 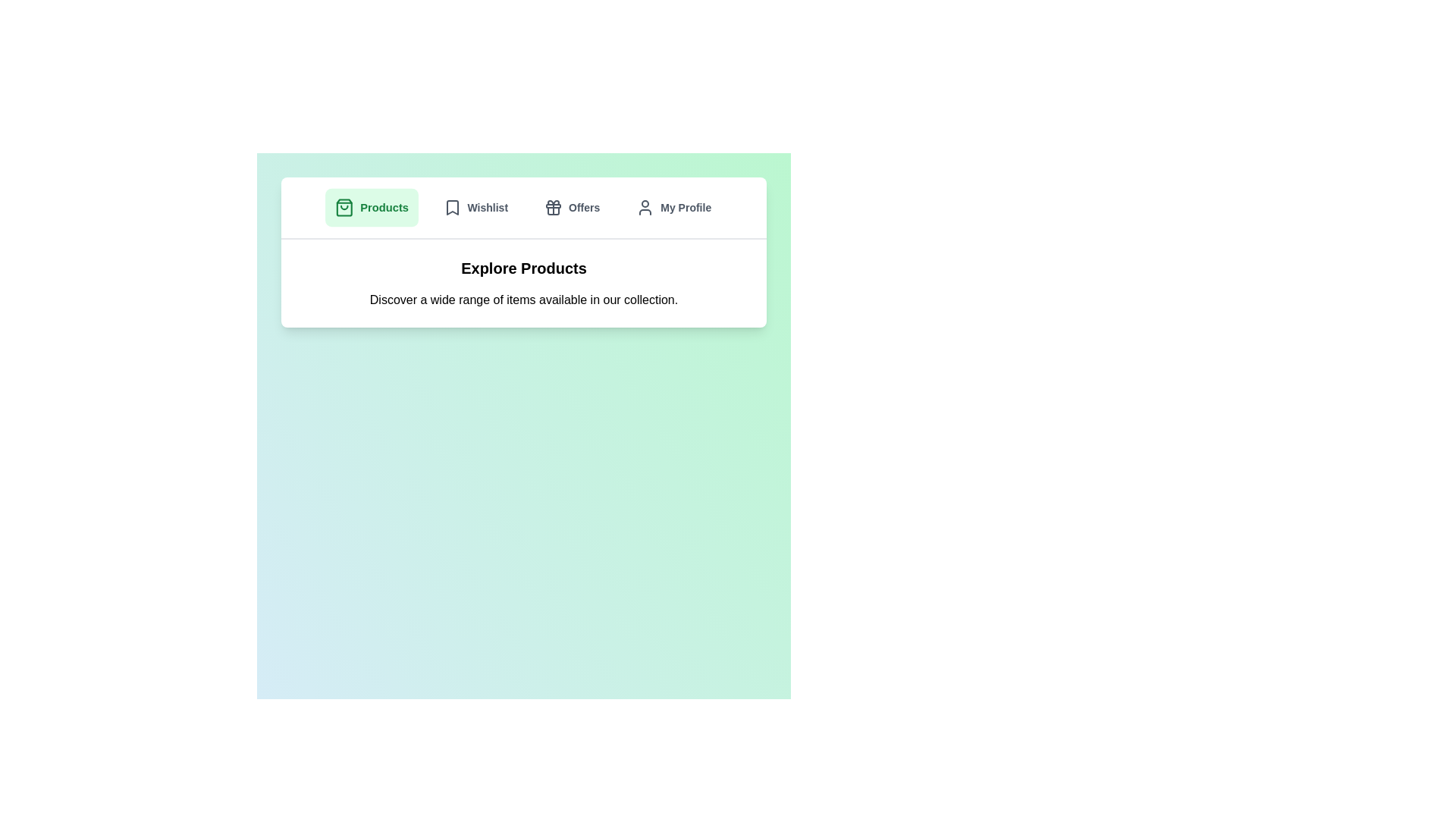 What do you see at coordinates (372, 207) in the screenshot?
I see `the 'Products' button located` at bounding box center [372, 207].